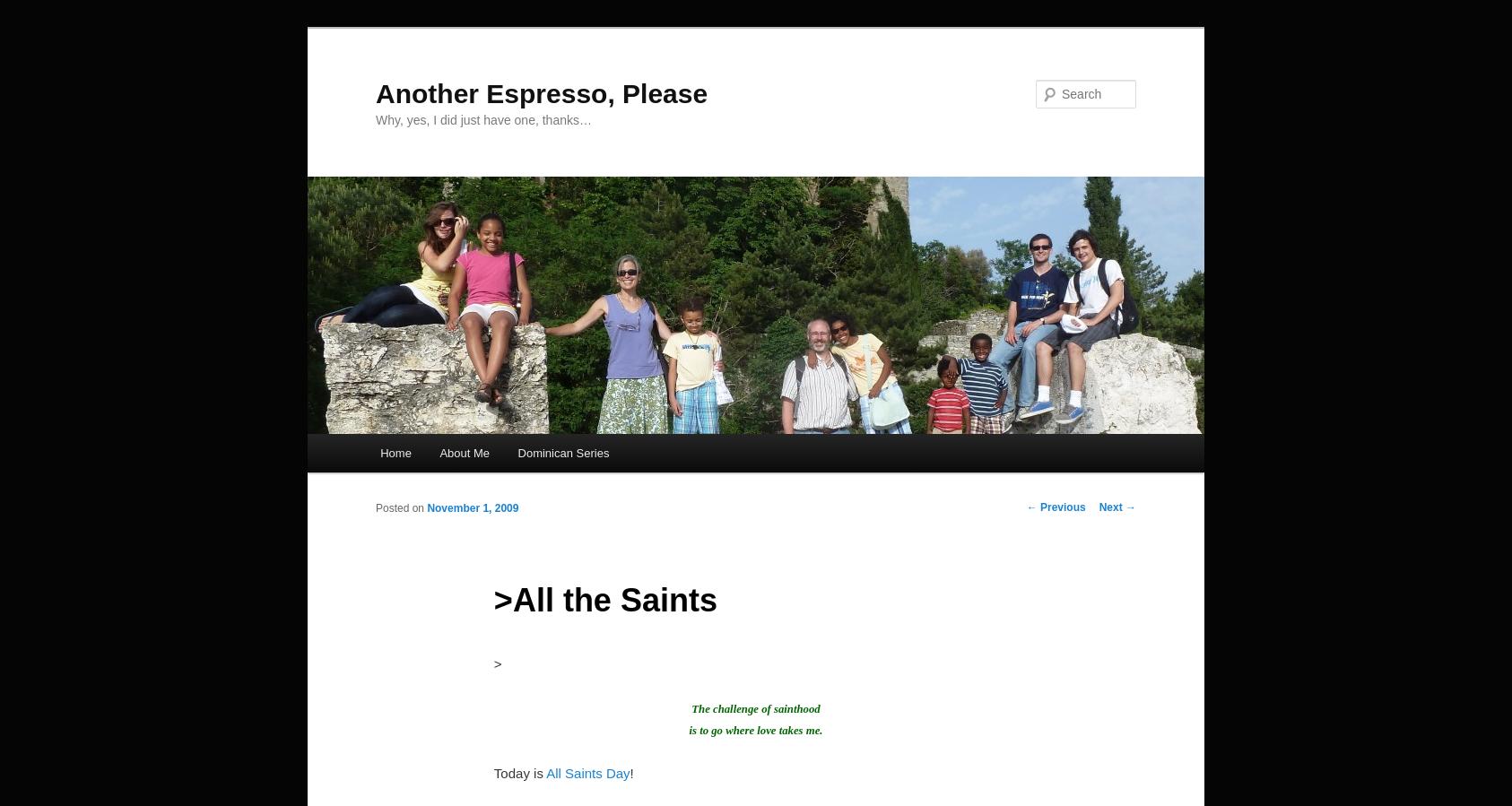  I want to click on '>All the Saints', so click(492, 598).